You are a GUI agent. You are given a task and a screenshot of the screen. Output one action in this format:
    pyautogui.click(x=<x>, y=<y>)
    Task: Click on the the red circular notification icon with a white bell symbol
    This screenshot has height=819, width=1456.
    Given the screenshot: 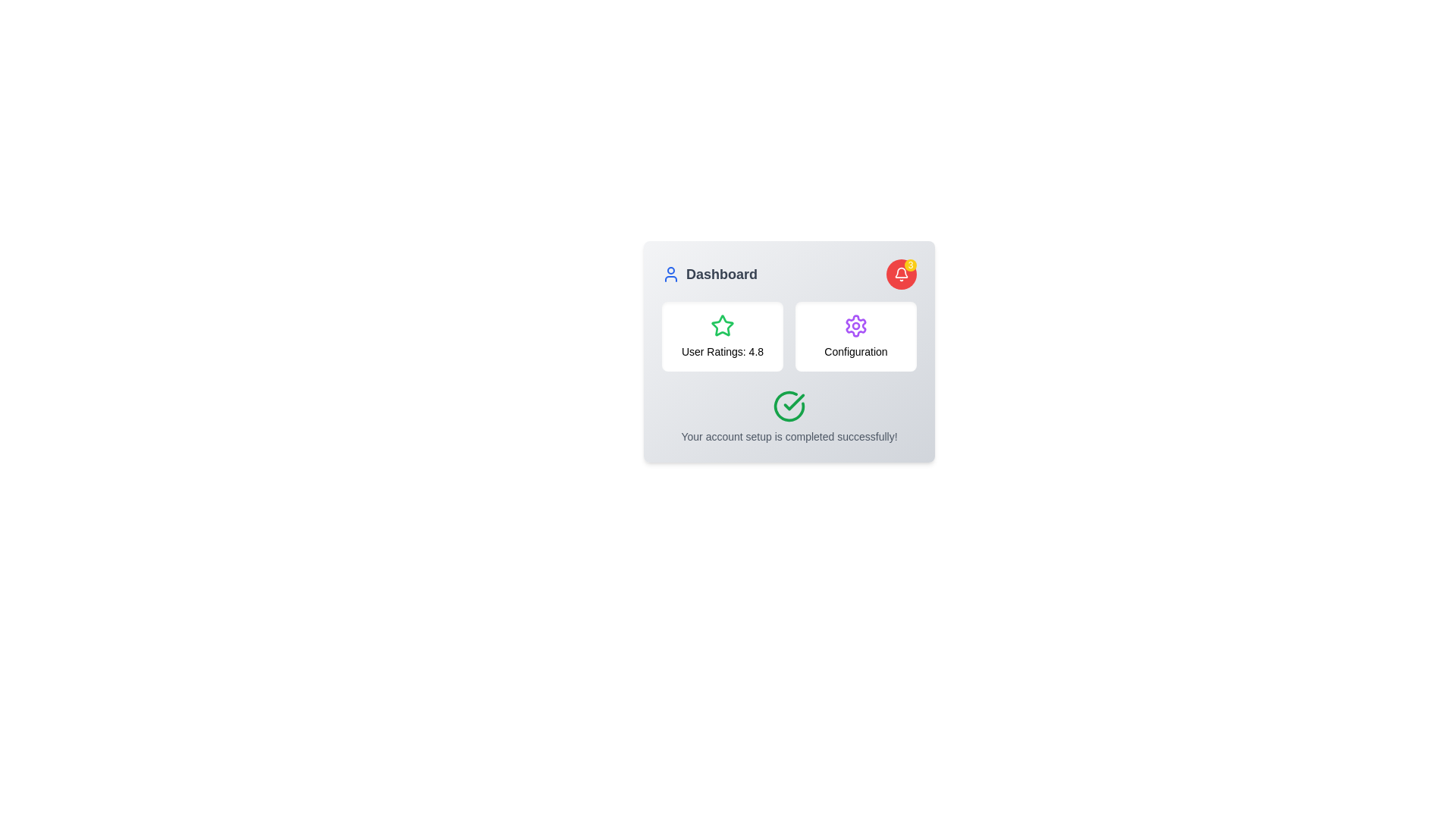 What is the action you would take?
    pyautogui.click(x=902, y=275)
    